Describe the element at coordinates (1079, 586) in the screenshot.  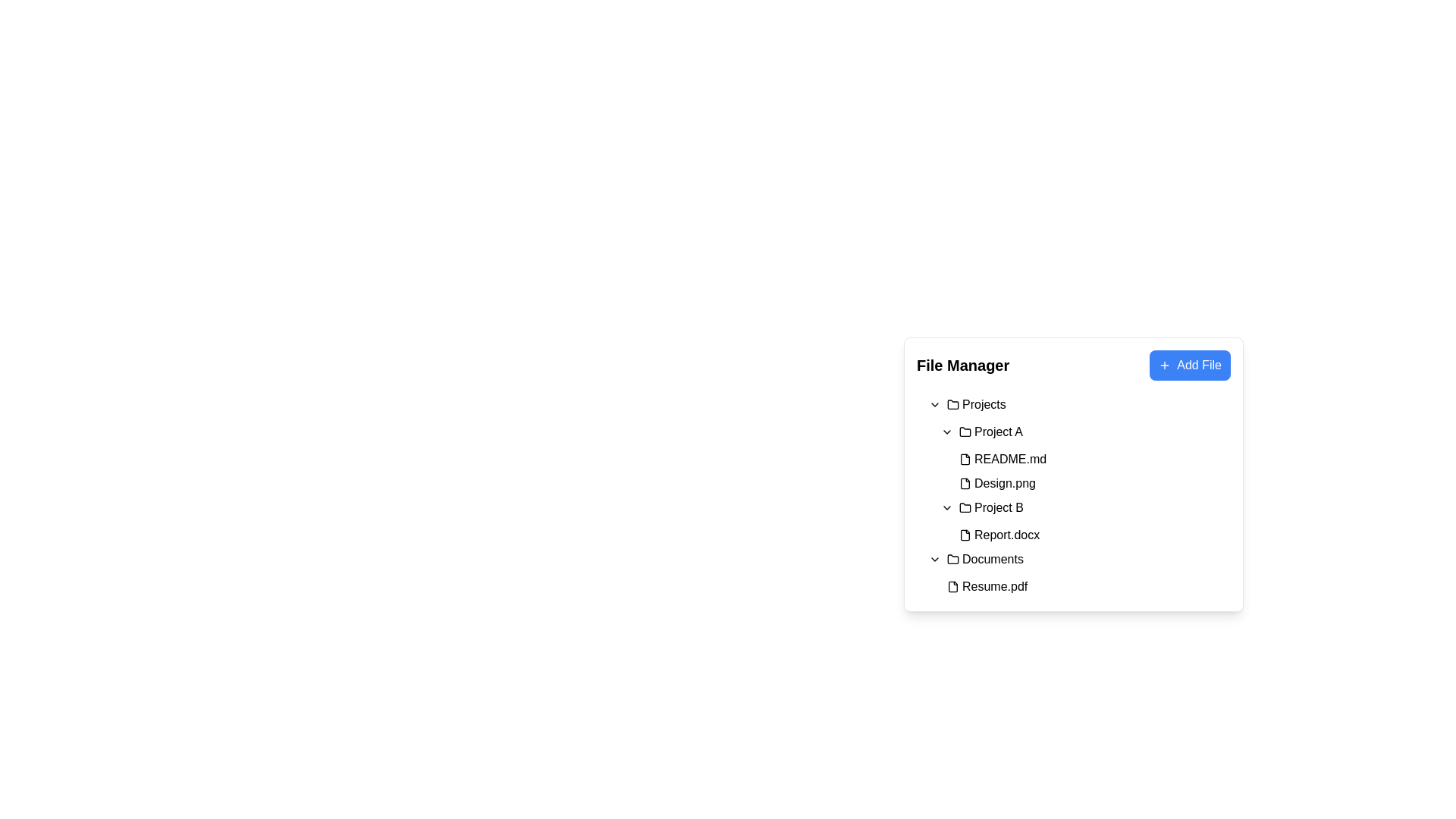
I see `the List item representing the file 'Resume.pdf' in the 'Documents' section` at that location.